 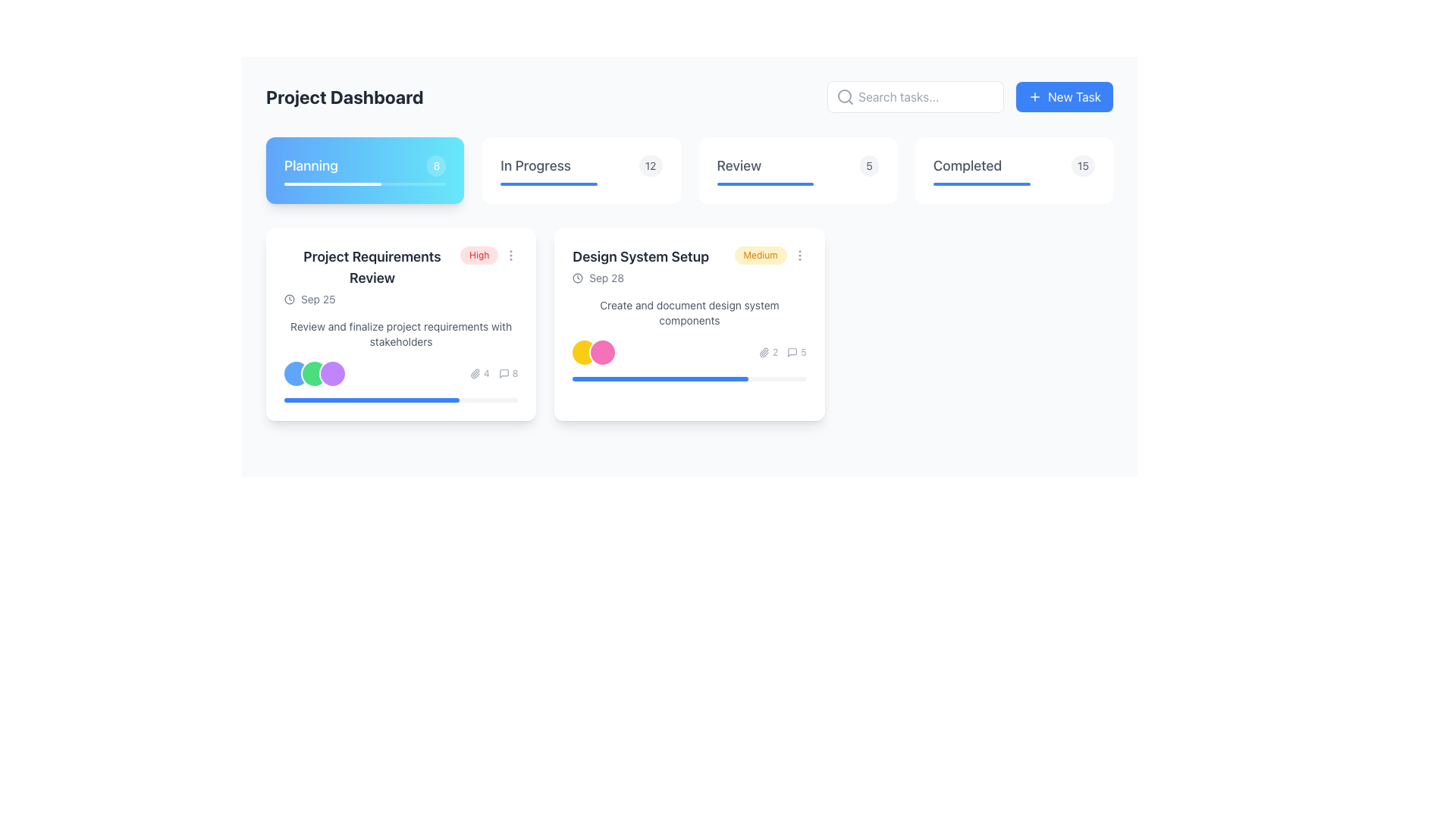 What do you see at coordinates (344, 96) in the screenshot?
I see `the Text Label displaying 'Project Dashboard' in bold, large dark gray font, located in the top-left section of the interface` at bounding box center [344, 96].